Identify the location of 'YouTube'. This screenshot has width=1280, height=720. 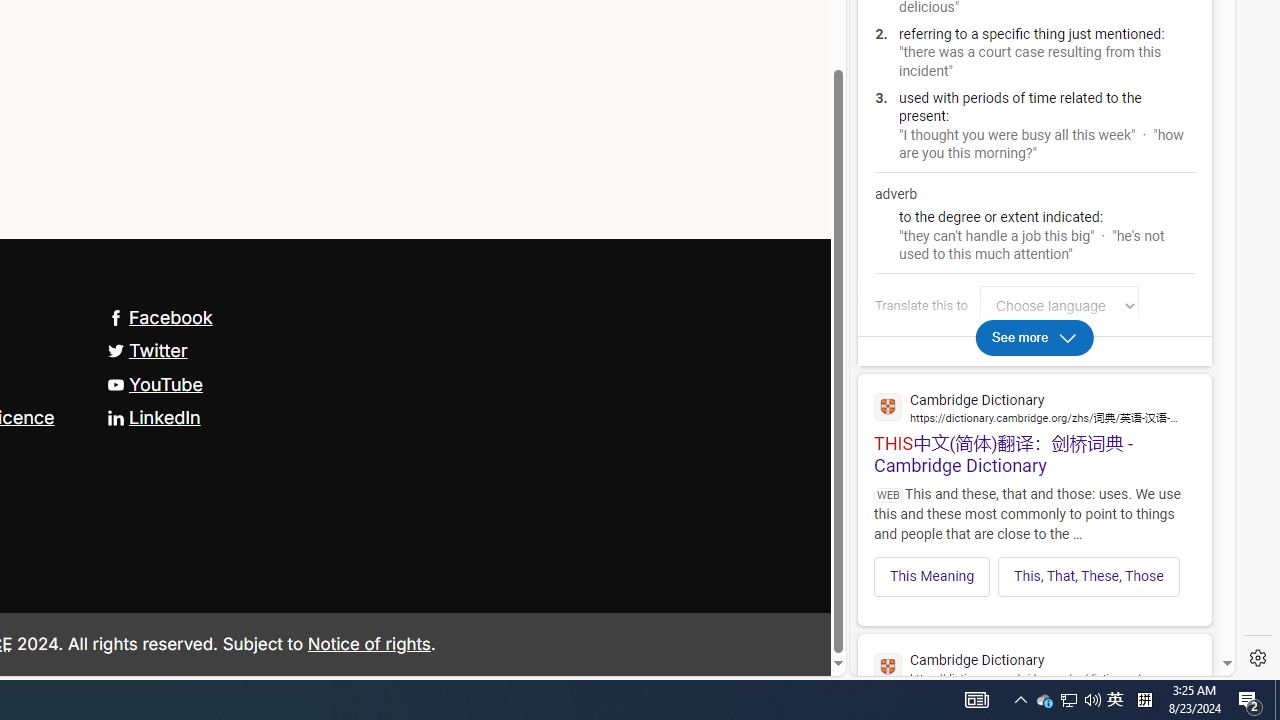
(153, 384).